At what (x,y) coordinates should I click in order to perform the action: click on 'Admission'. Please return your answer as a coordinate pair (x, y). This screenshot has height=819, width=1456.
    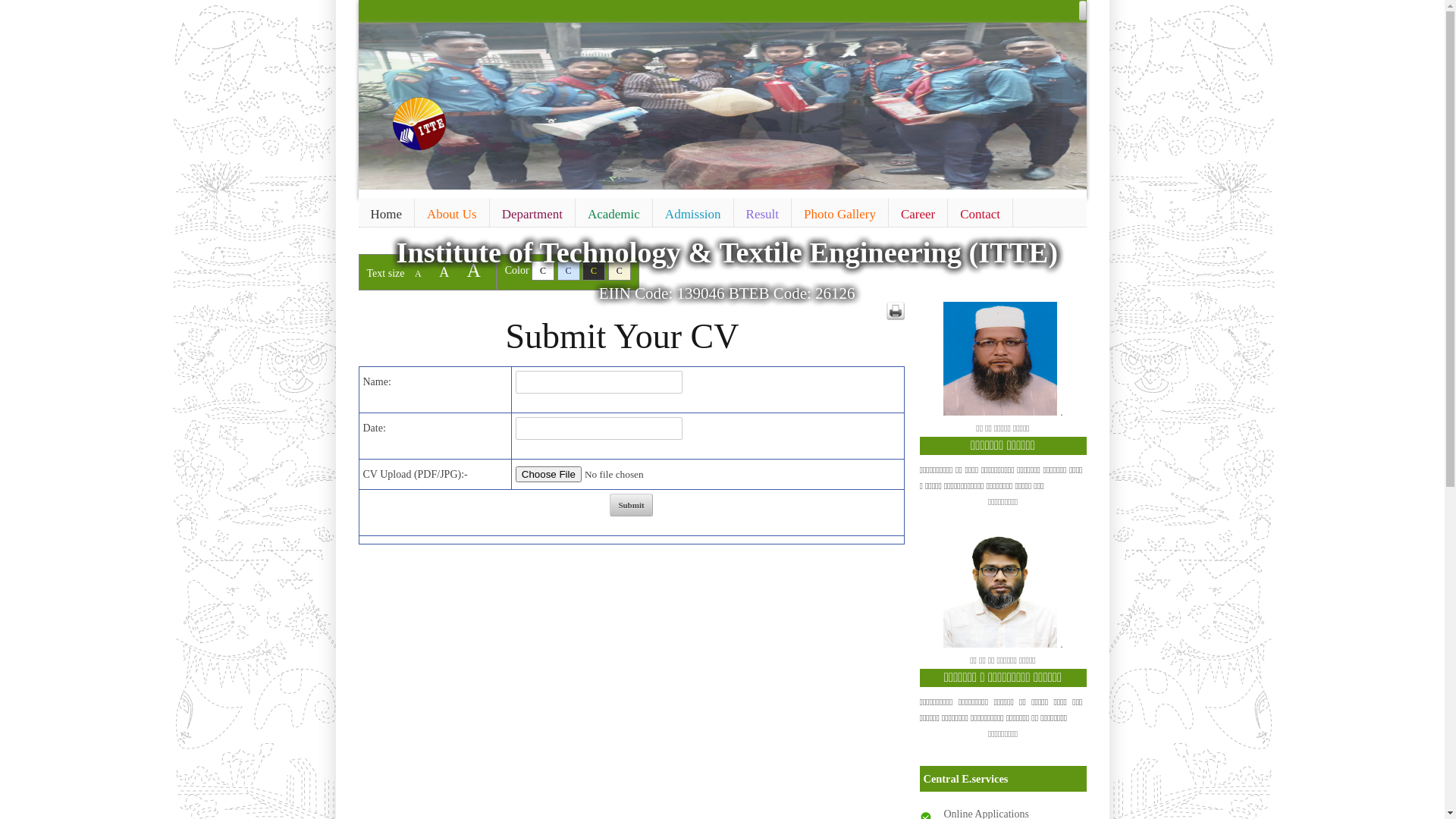
    Looking at the image, I should click on (692, 214).